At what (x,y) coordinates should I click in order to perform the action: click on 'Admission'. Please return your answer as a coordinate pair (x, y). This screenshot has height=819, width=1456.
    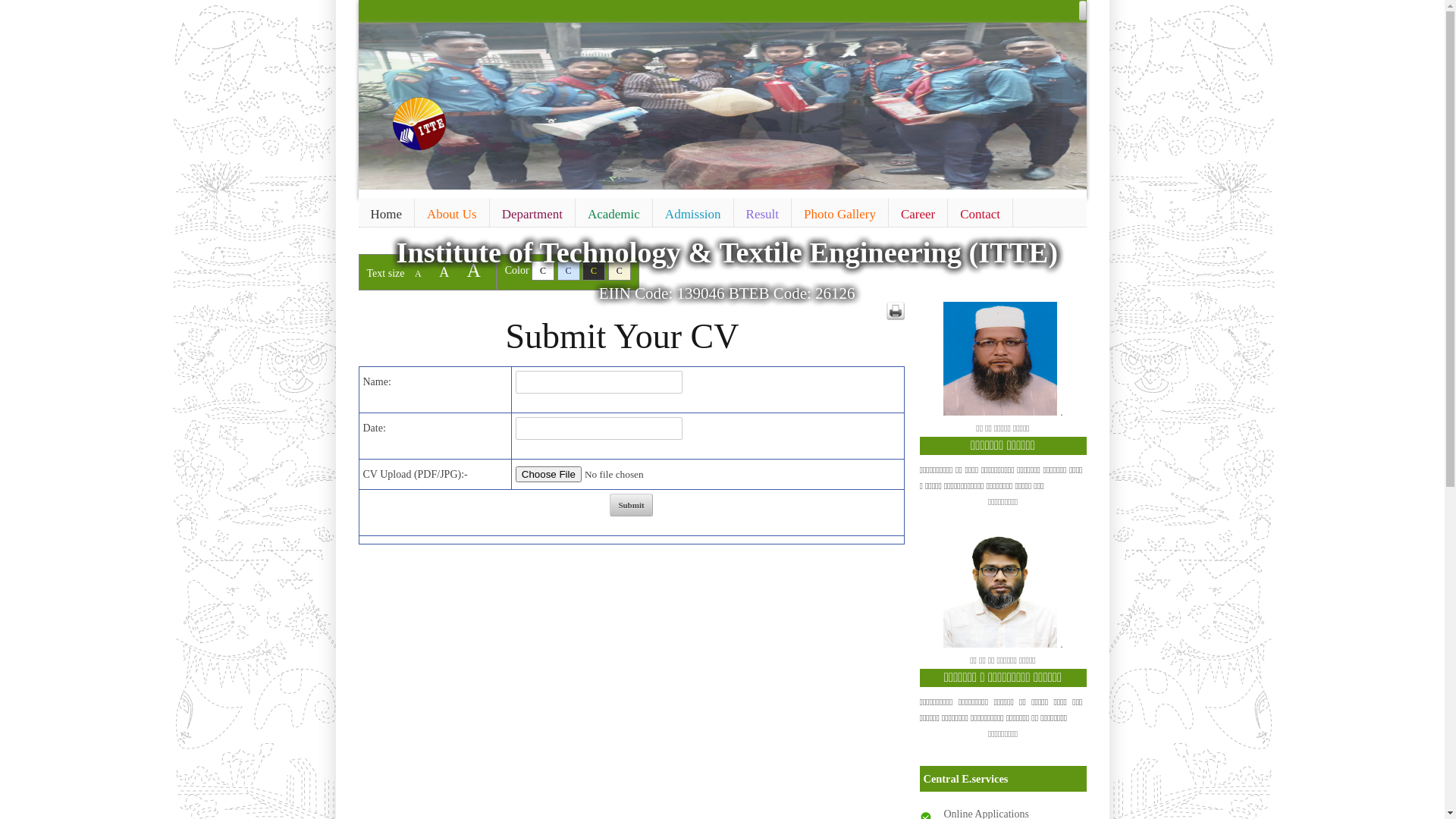
    Looking at the image, I should click on (692, 214).